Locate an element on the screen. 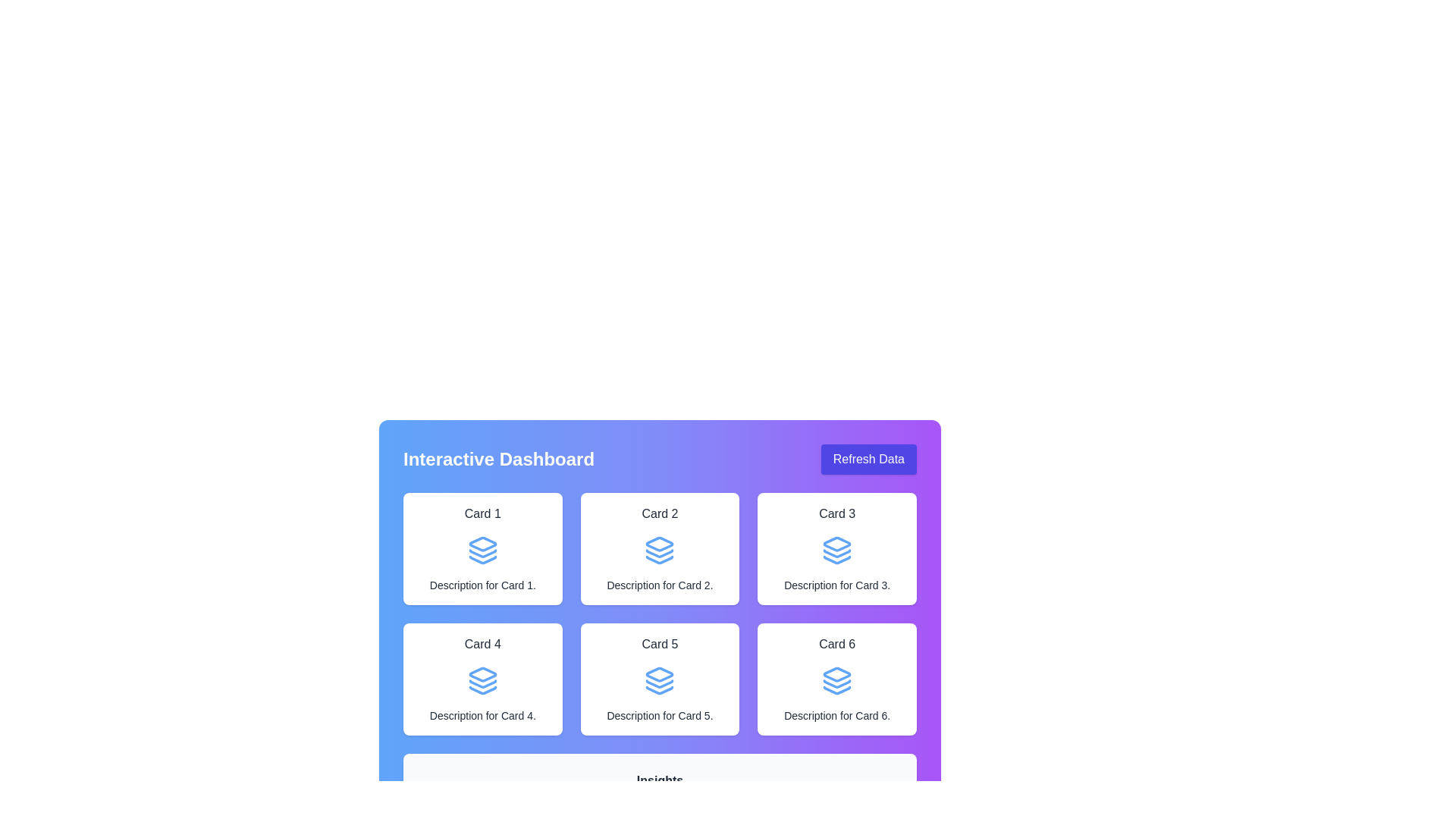 The width and height of the screenshot is (1456, 819). on the rectangular card titled 'Card 2' in the second column of the first row of the grid under 'Interactive Dashboard' is located at coordinates (660, 590).